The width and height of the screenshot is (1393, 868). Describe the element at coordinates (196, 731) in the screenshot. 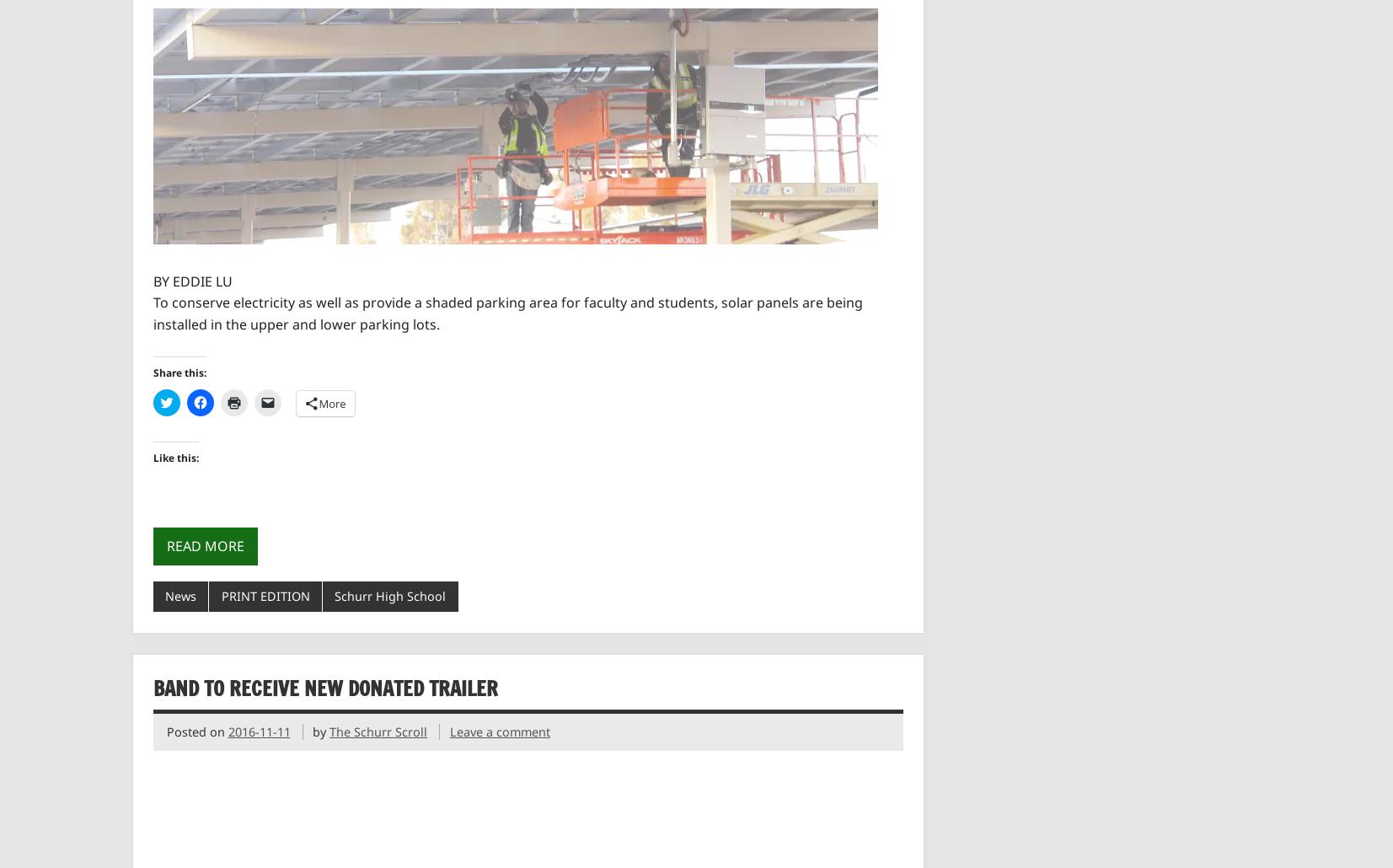

I see `'Posted on'` at that location.